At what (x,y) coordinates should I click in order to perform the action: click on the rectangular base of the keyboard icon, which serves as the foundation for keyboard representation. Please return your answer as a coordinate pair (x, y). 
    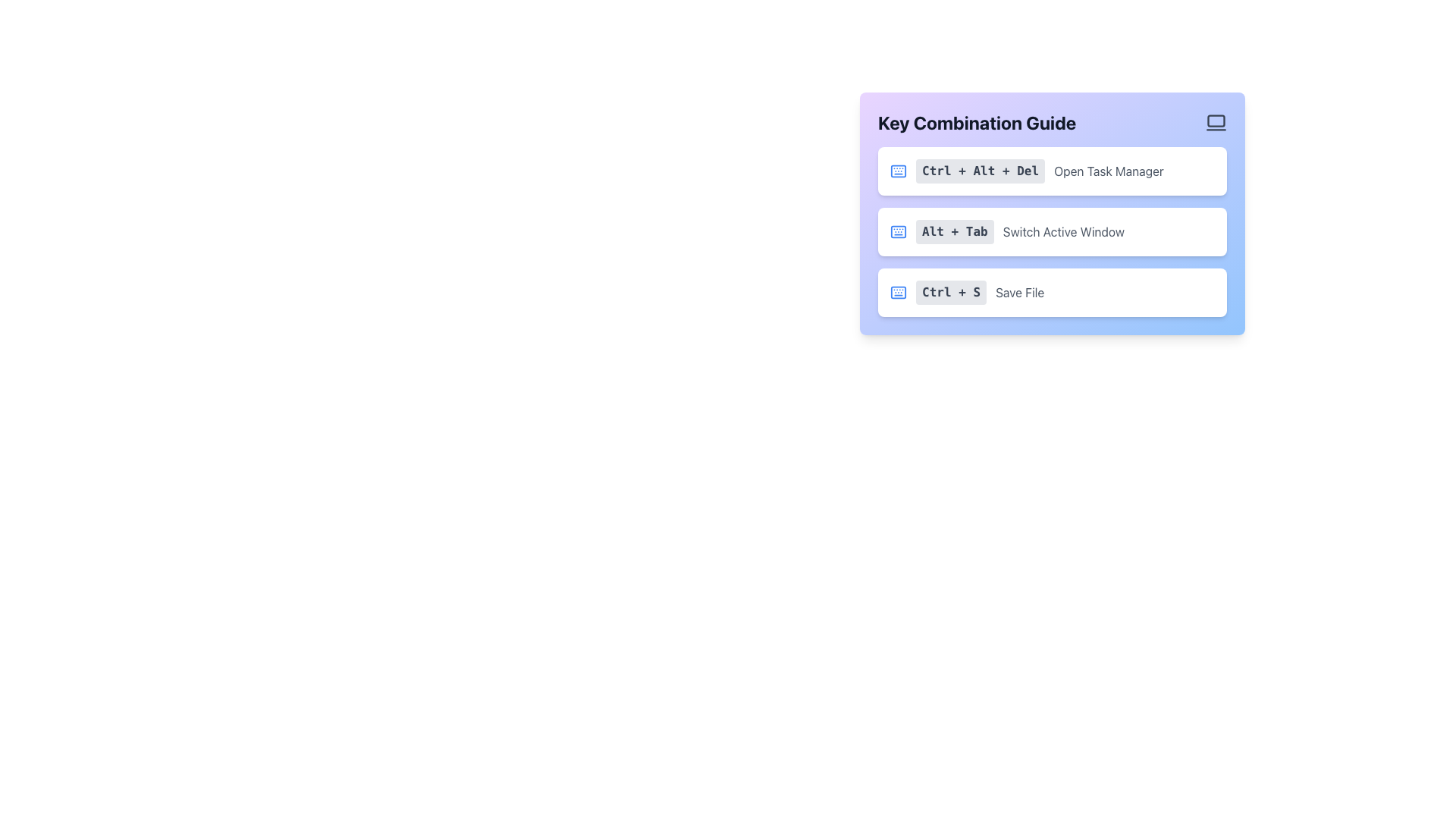
    Looking at the image, I should click on (899, 171).